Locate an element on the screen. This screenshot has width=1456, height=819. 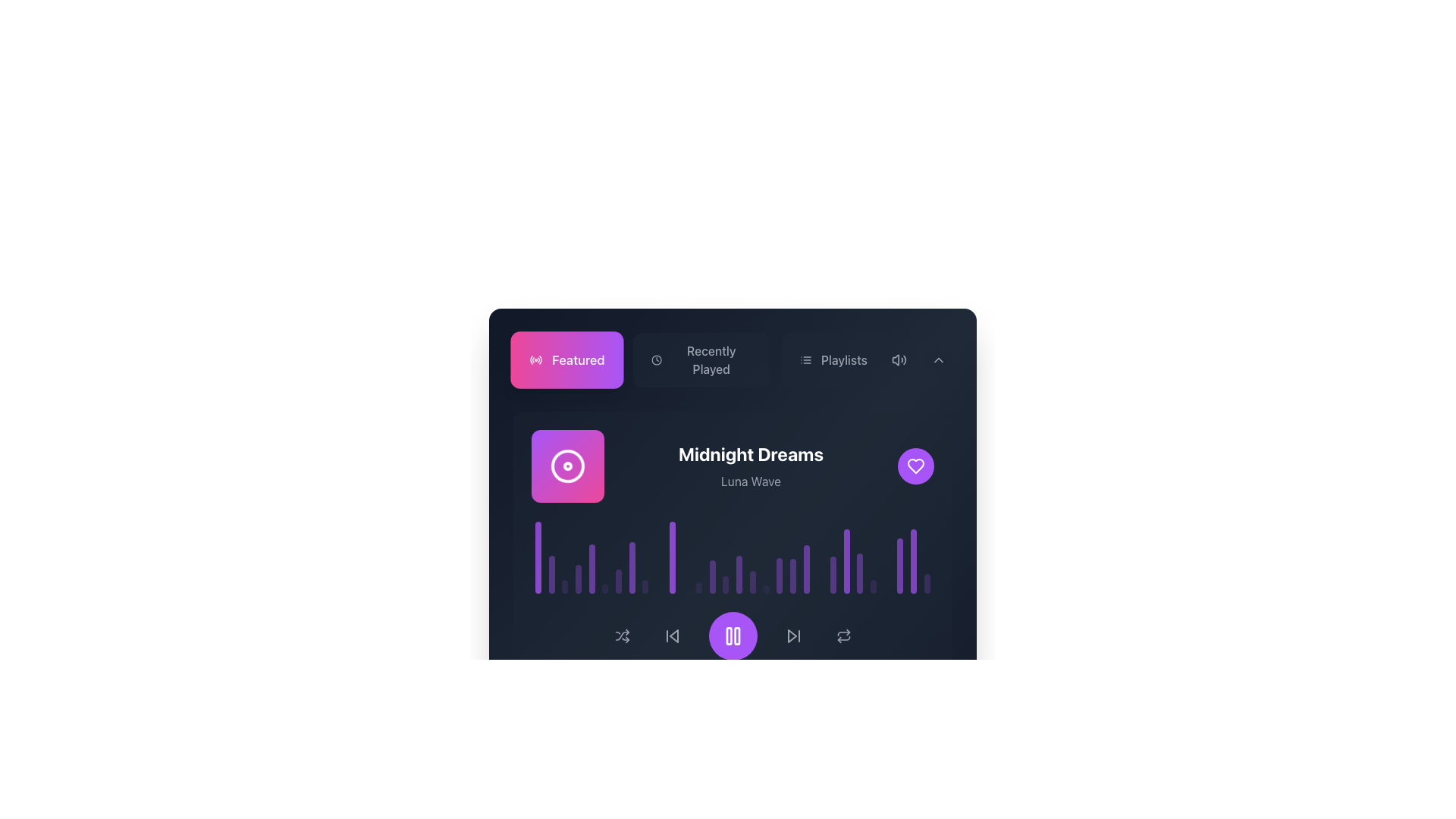
the backward arrow button, styled in gray, to skip to the previous media track is located at coordinates (671, 636).